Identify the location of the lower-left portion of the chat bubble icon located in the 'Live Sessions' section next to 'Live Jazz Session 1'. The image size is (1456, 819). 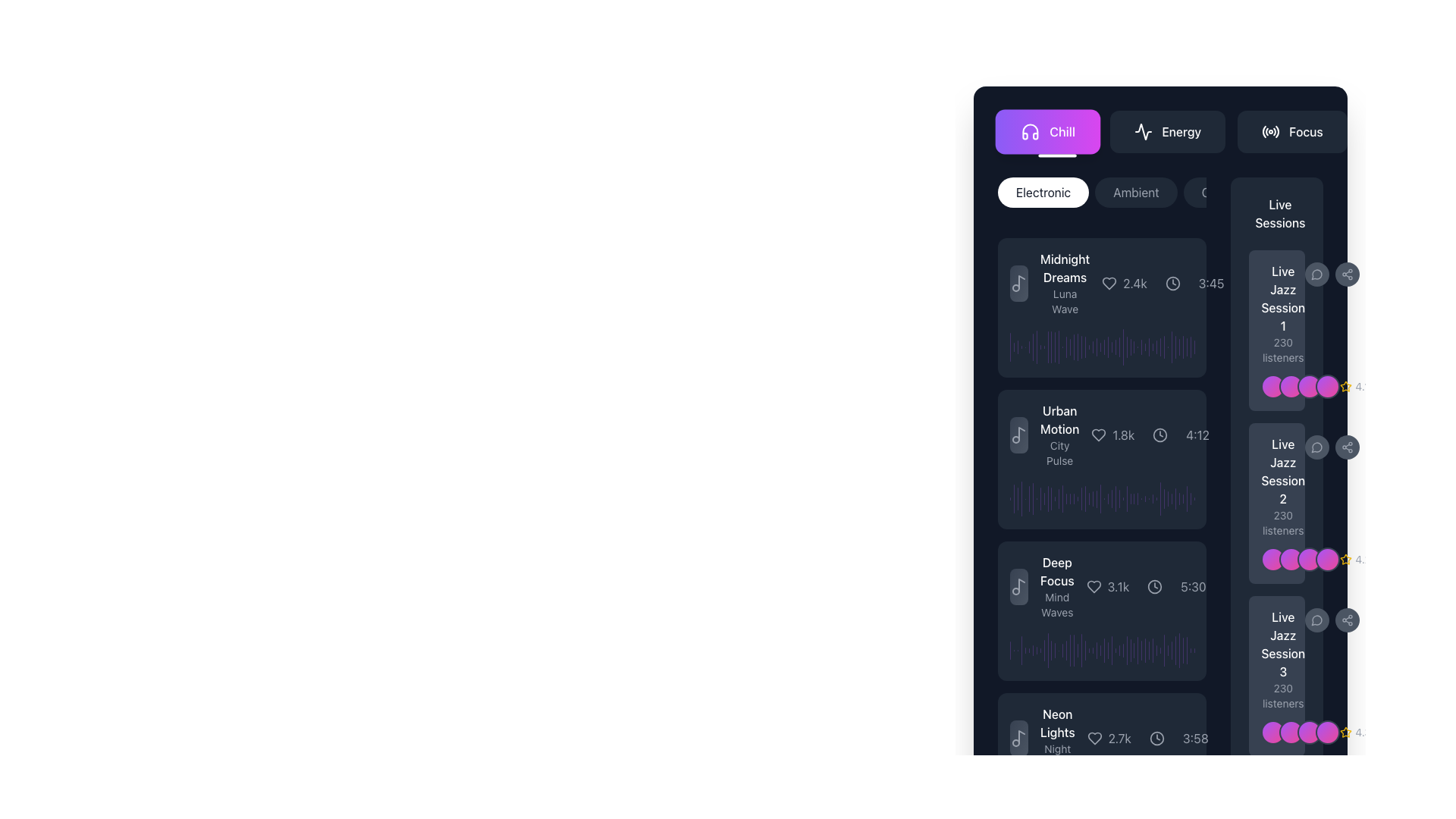
(1316, 275).